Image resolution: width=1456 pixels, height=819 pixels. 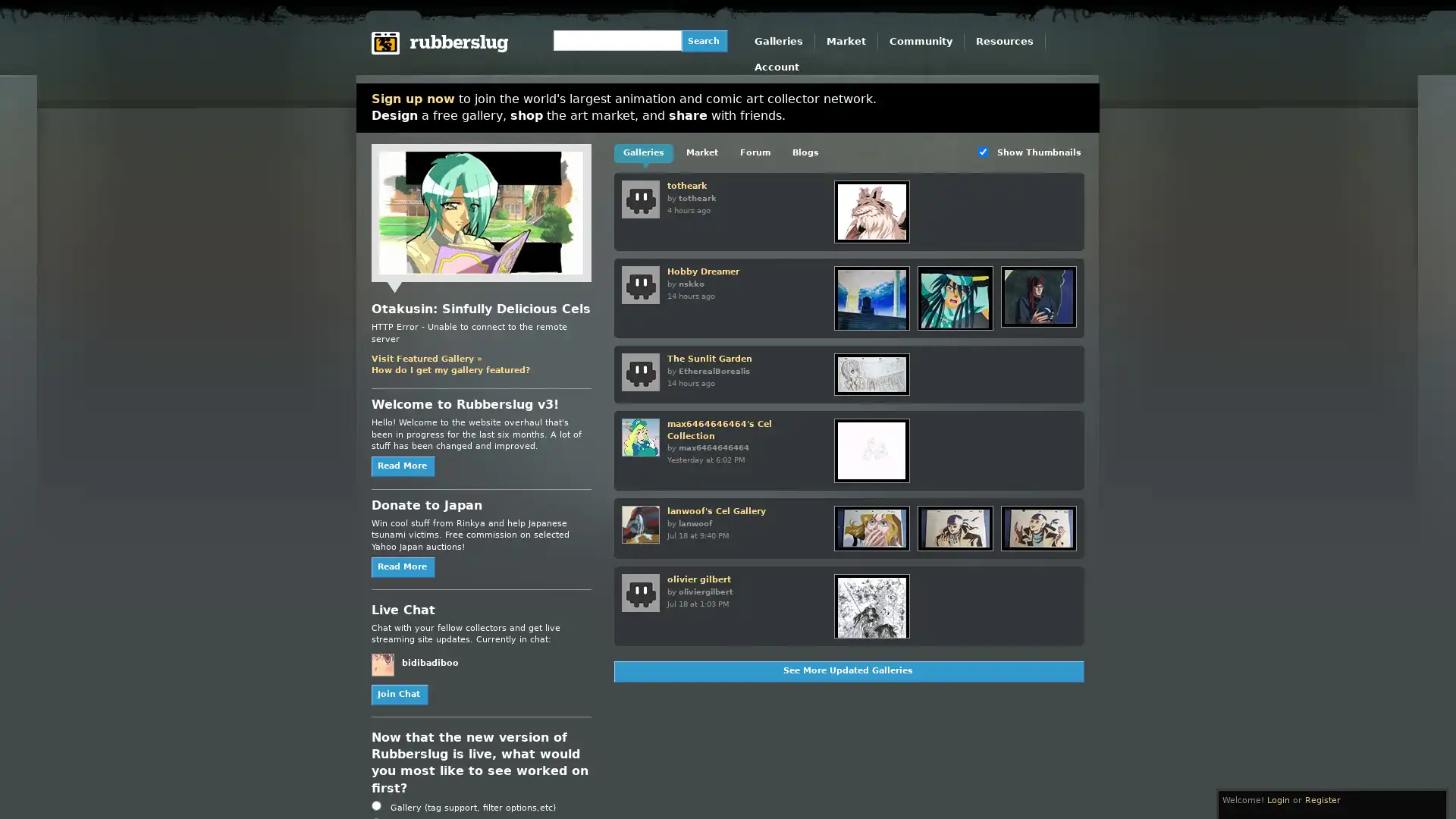 What do you see at coordinates (704, 40) in the screenshot?
I see `Search` at bounding box center [704, 40].